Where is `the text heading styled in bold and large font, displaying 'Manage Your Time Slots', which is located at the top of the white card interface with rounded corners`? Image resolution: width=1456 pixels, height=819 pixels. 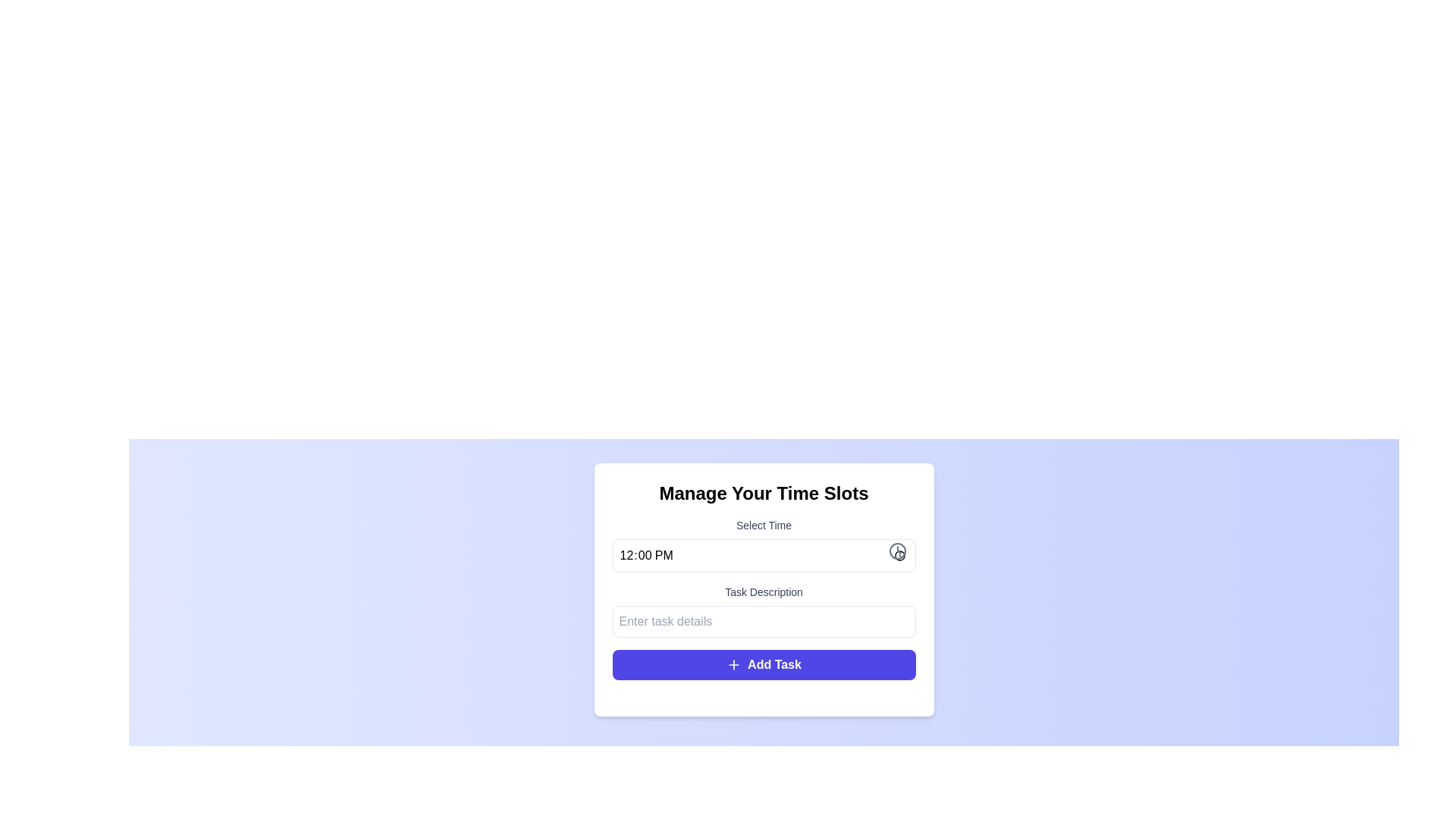
the text heading styled in bold and large font, displaying 'Manage Your Time Slots', which is located at the top of the white card interface with rounded corners is located at coordinates (764, 494).